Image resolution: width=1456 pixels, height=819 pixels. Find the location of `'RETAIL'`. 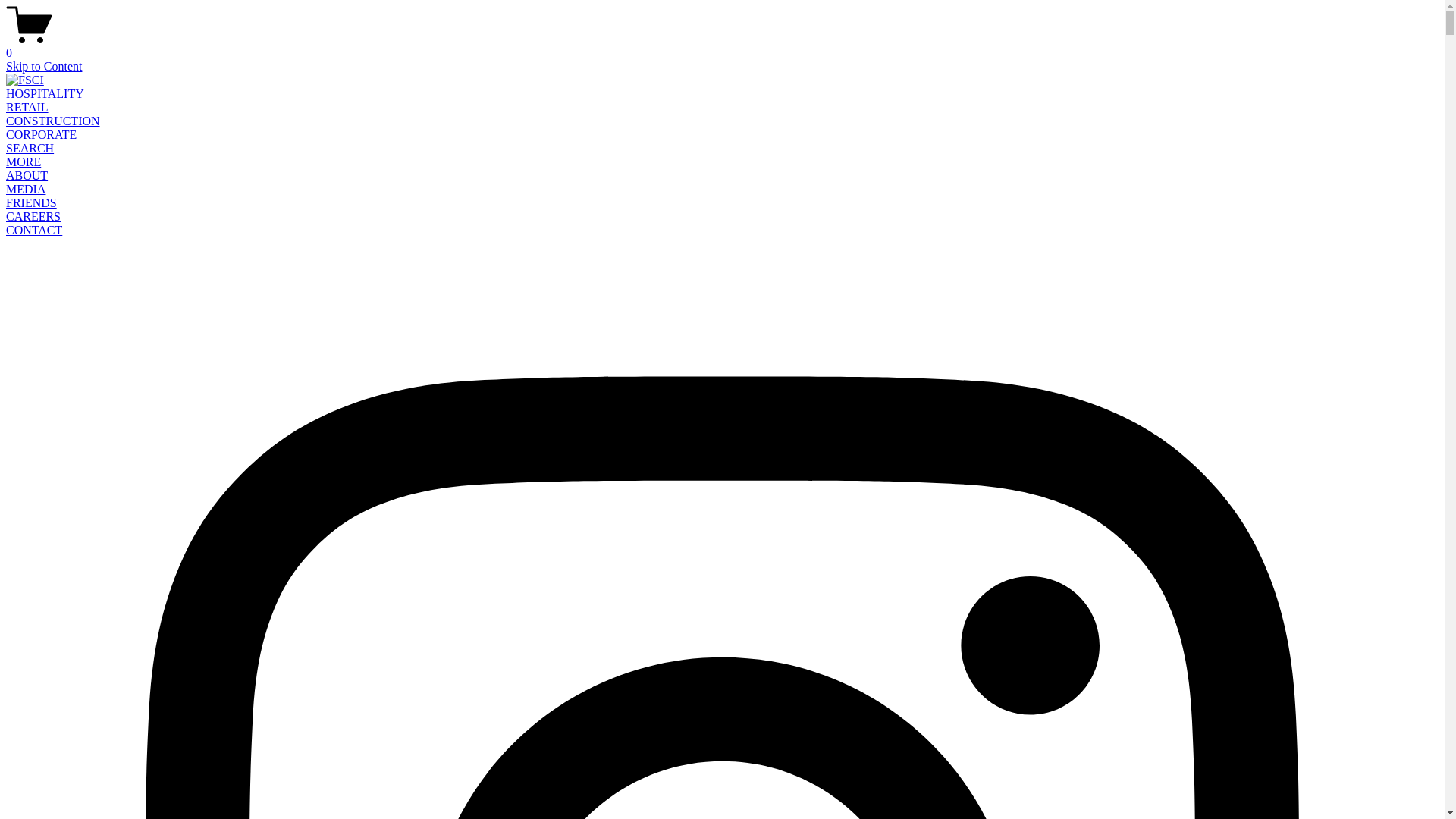

'RETAIL' is located at coordinates (6, 106).